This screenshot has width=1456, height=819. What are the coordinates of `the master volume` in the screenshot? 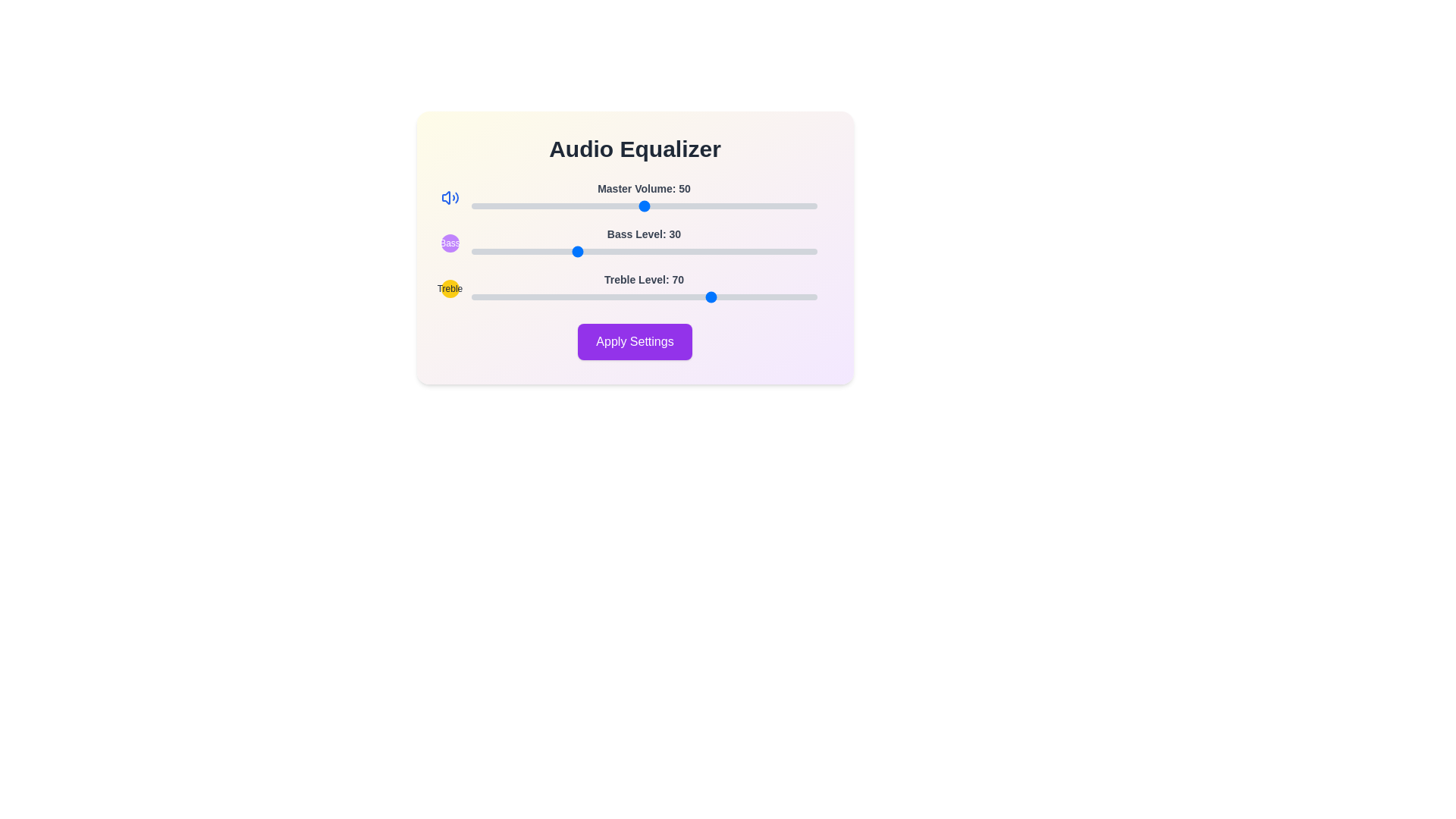 It's located at (567, 206).